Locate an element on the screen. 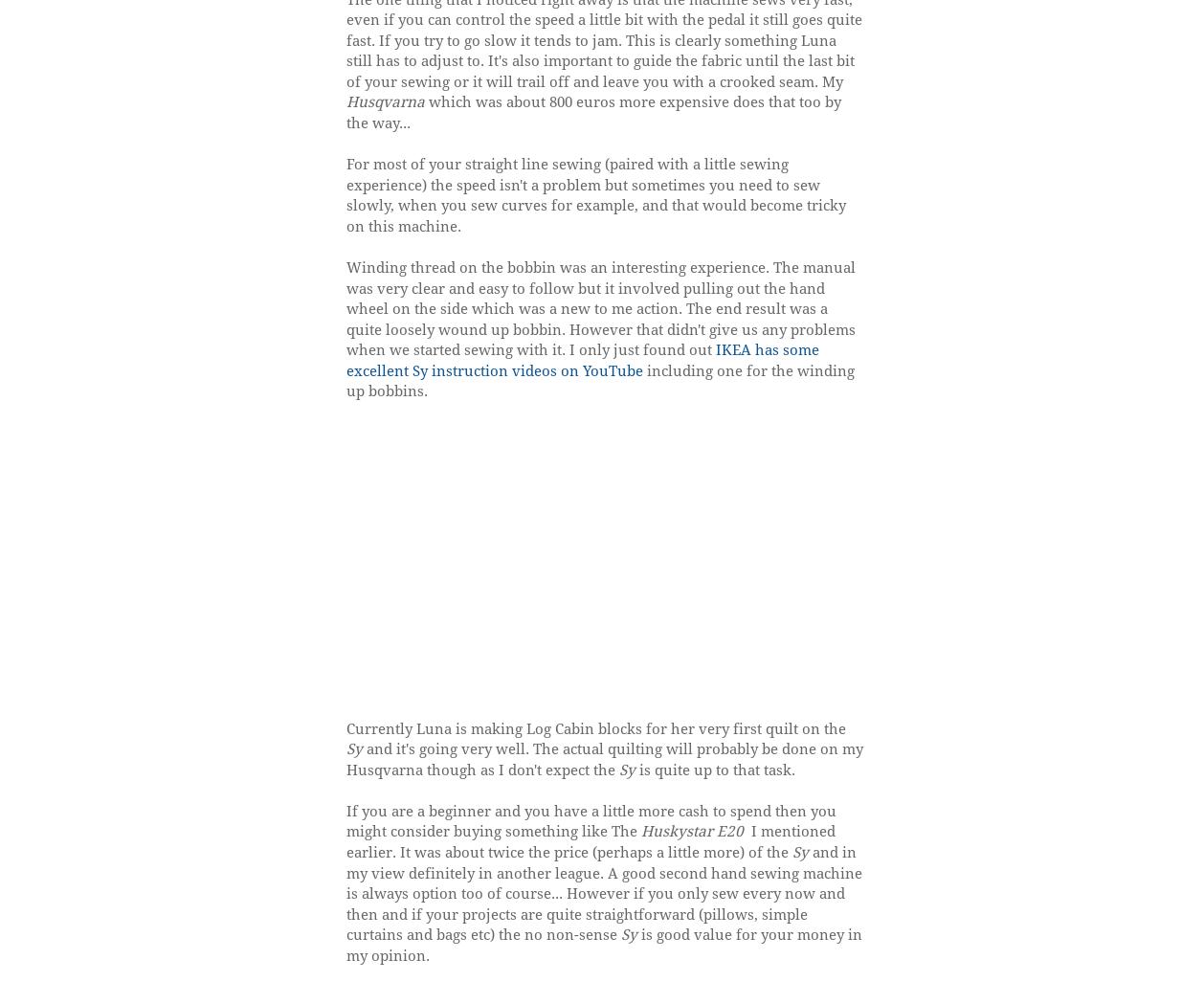  'IKEA has some excellent Sy instruction videos on YouTube' is located at coordinates (581, 359).